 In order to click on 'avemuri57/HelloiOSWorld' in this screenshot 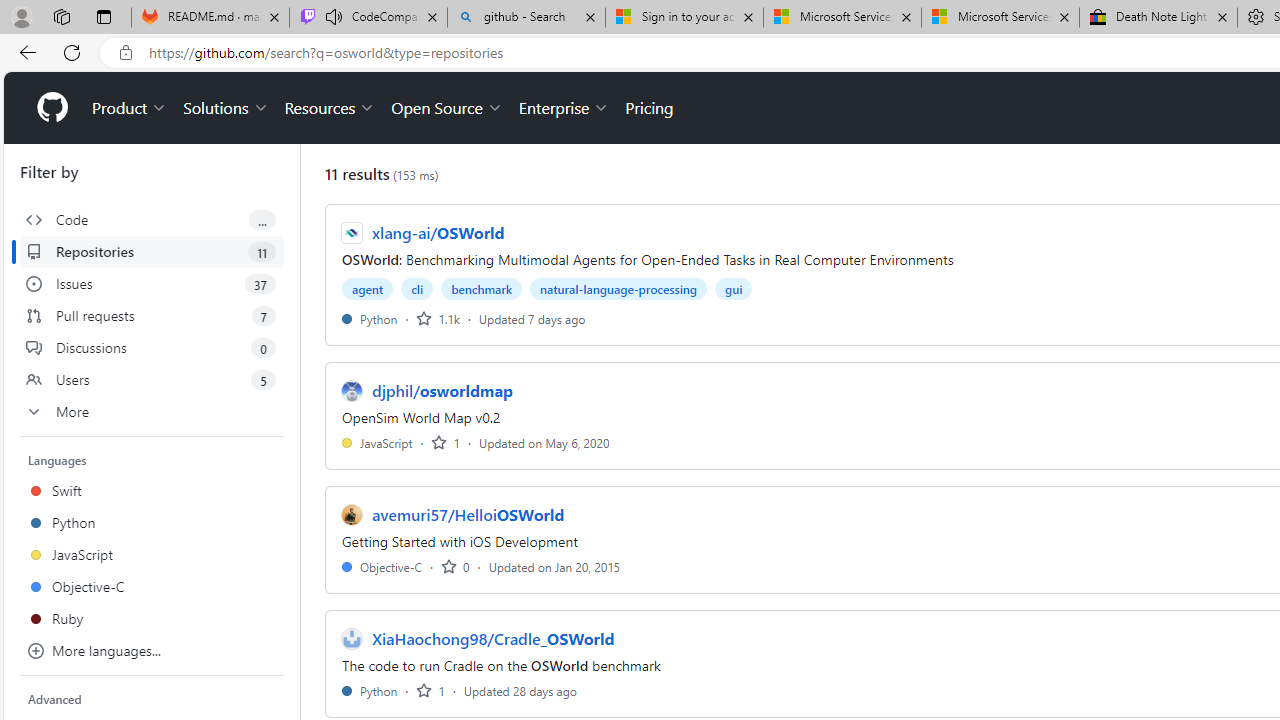, I will do `click(467, 514)`.